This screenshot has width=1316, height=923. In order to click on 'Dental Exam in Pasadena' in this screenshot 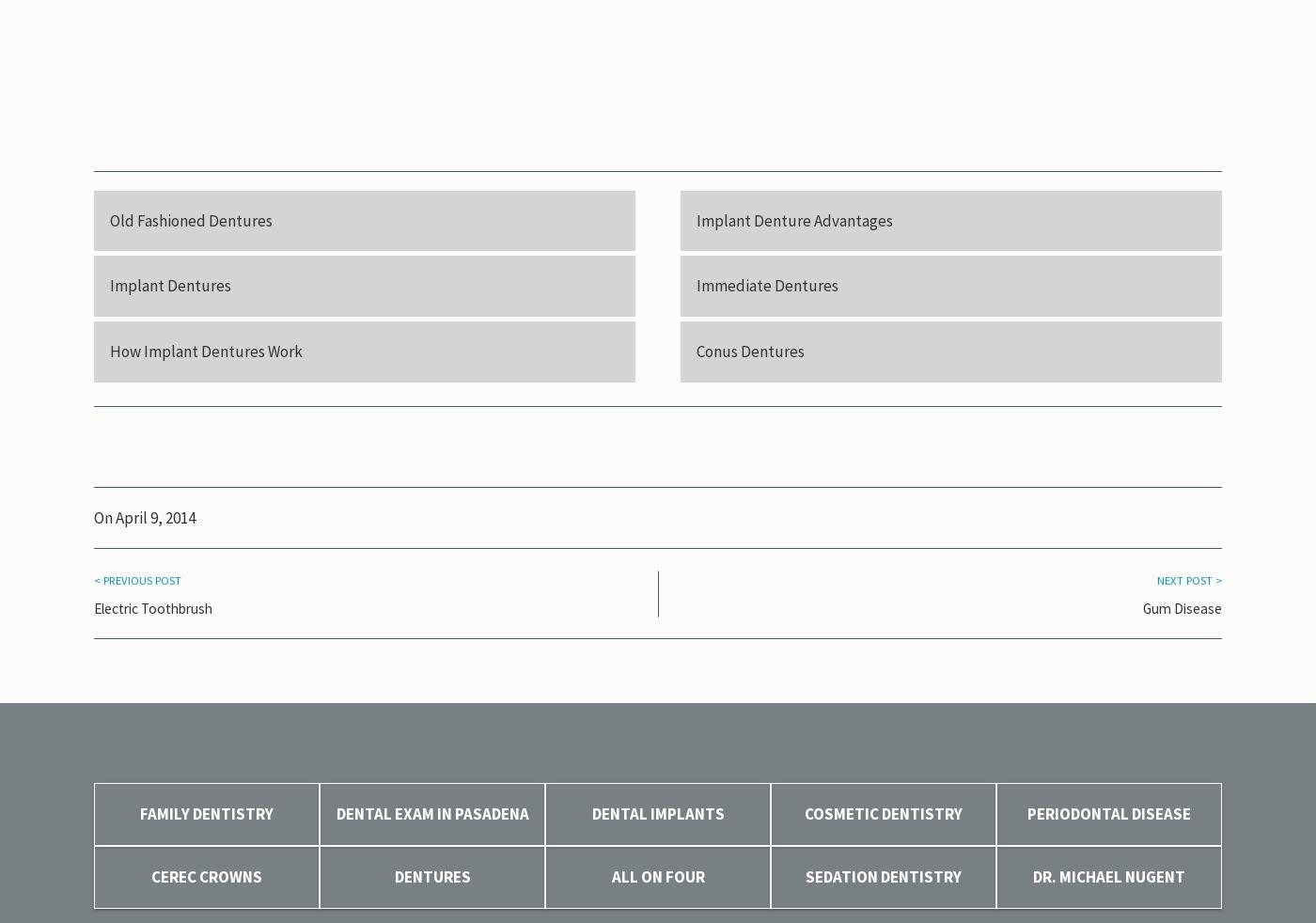, I will do `click(431, 814)`.